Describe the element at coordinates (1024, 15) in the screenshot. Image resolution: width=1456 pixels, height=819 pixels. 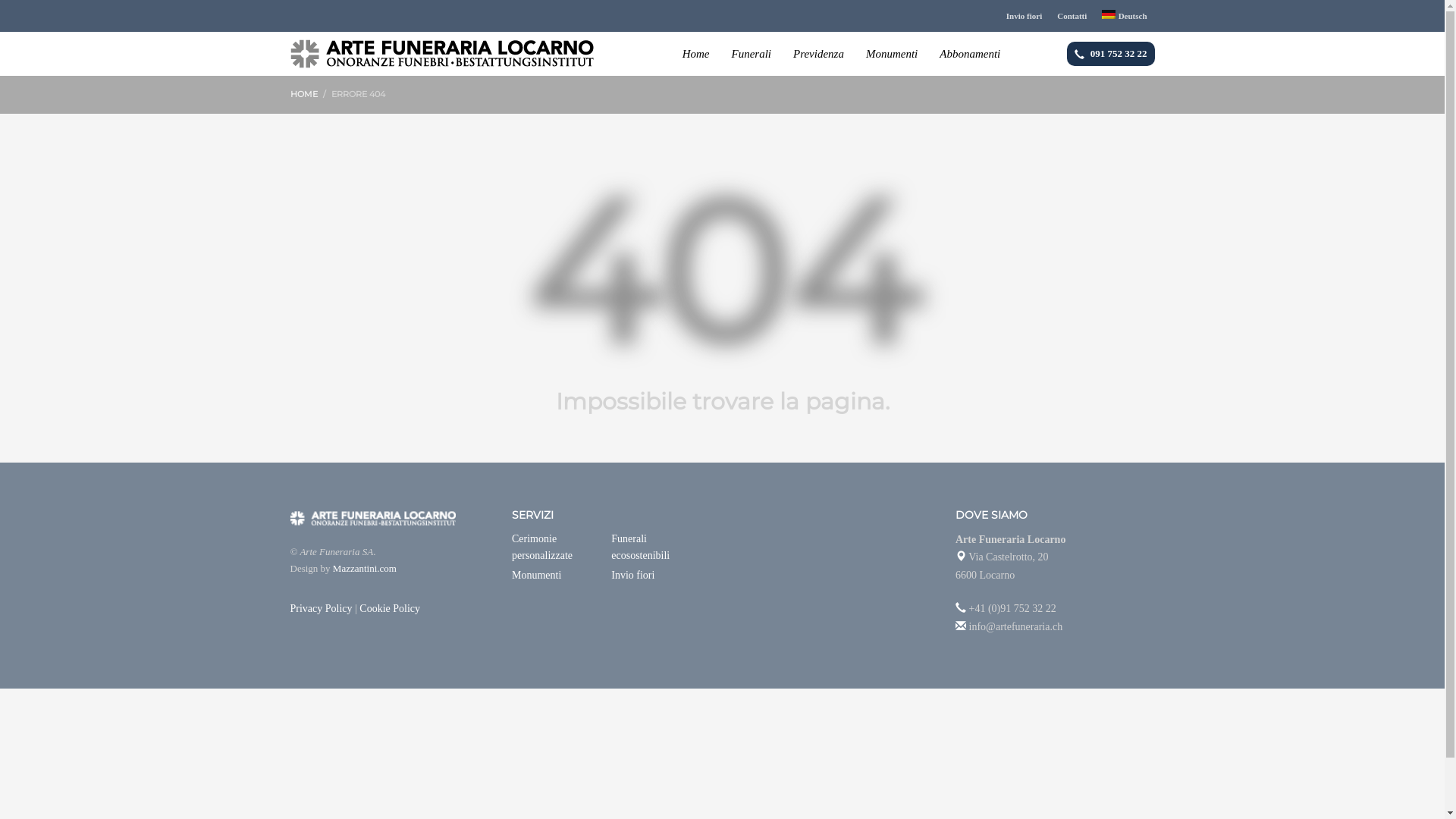
I see `'Invio fiori'` at that location.